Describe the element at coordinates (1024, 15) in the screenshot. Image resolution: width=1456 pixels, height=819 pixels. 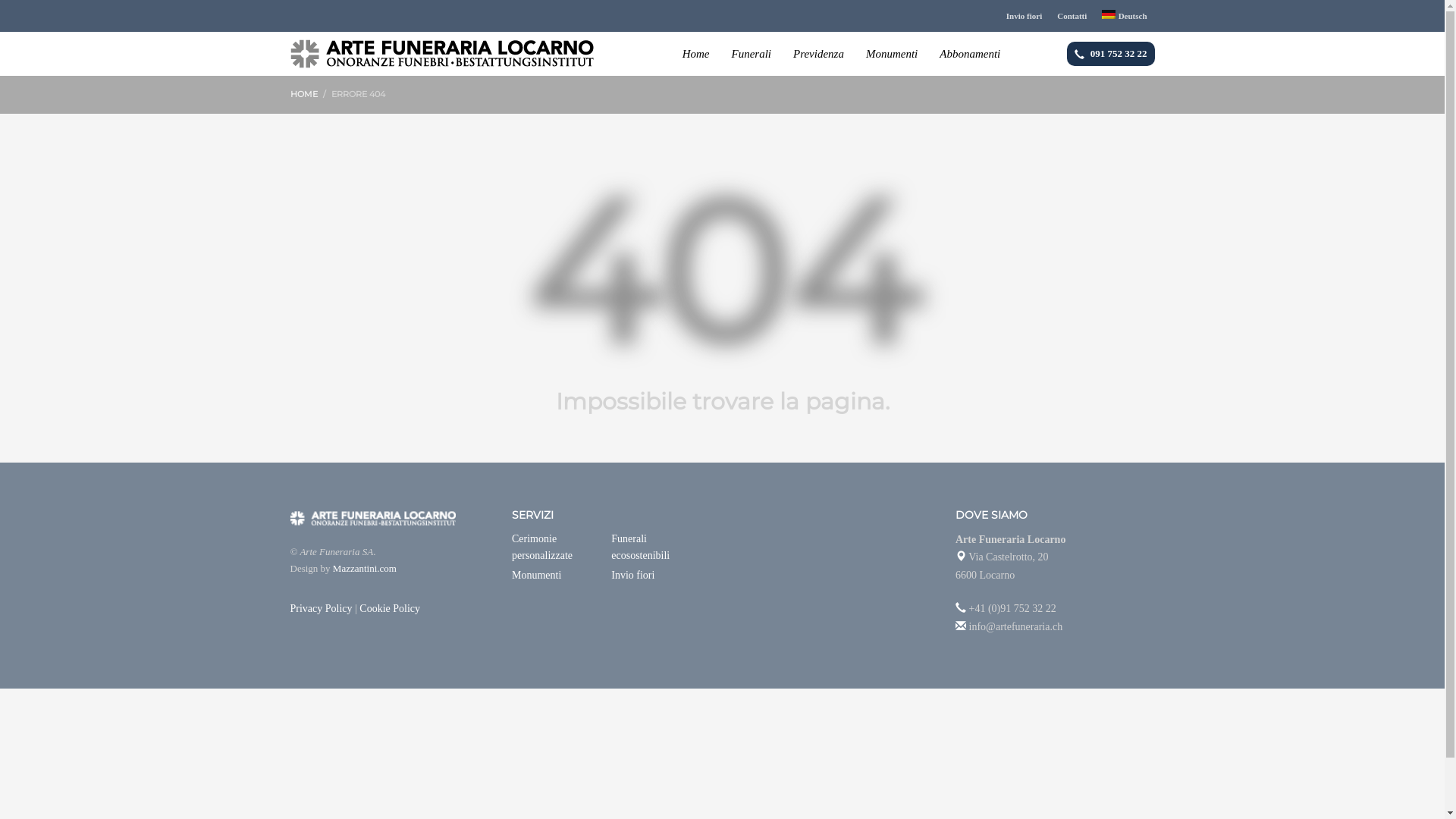
I see `'Invio fiori'` at that location.